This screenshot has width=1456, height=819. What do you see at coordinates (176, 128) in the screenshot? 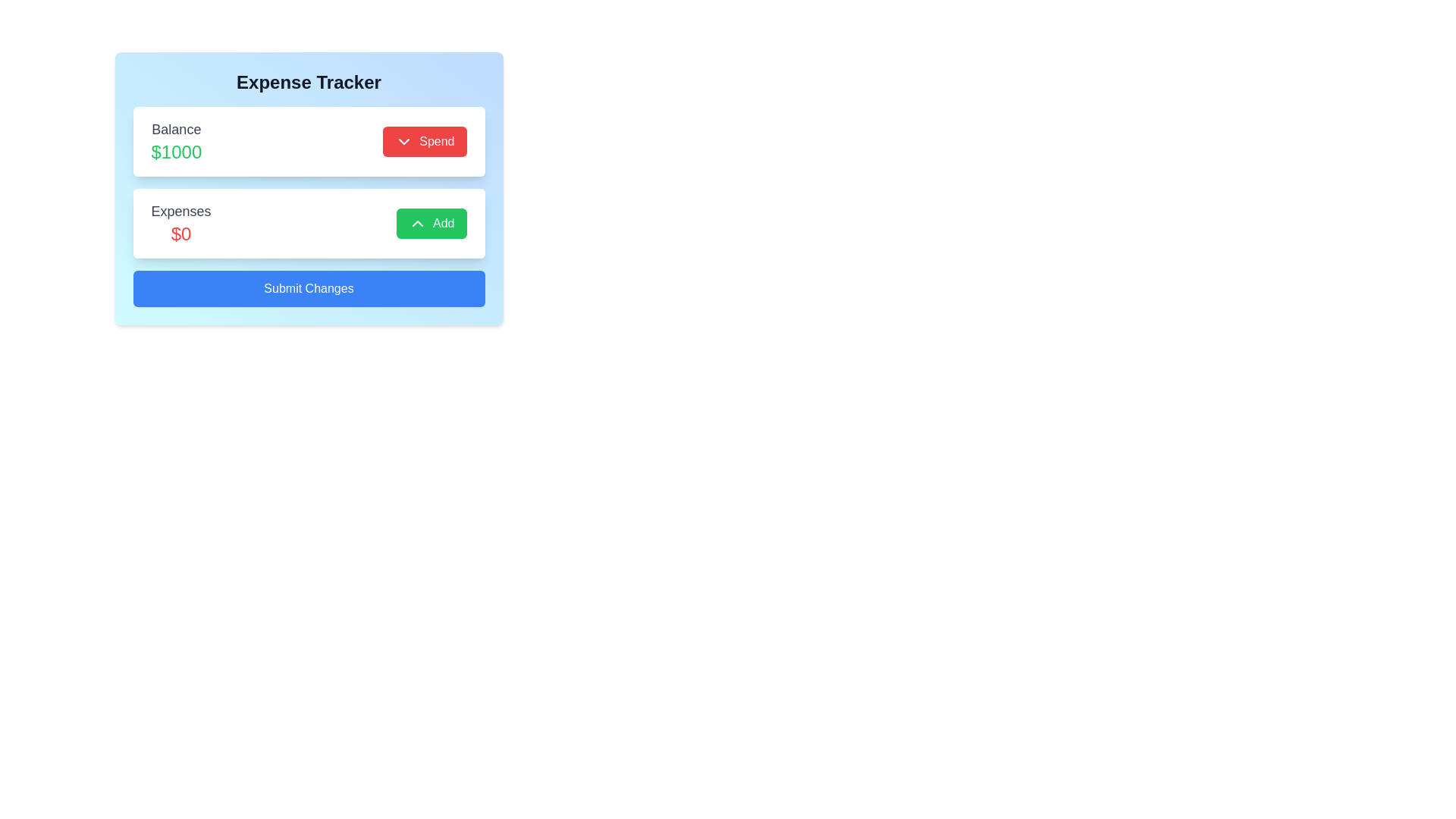
I see `the 'Balance' text label, which is styled with a larger font size, medium-bold weight, and gray color, located at the top of its section above the '$1000' text` at bounding box center [176, 128].